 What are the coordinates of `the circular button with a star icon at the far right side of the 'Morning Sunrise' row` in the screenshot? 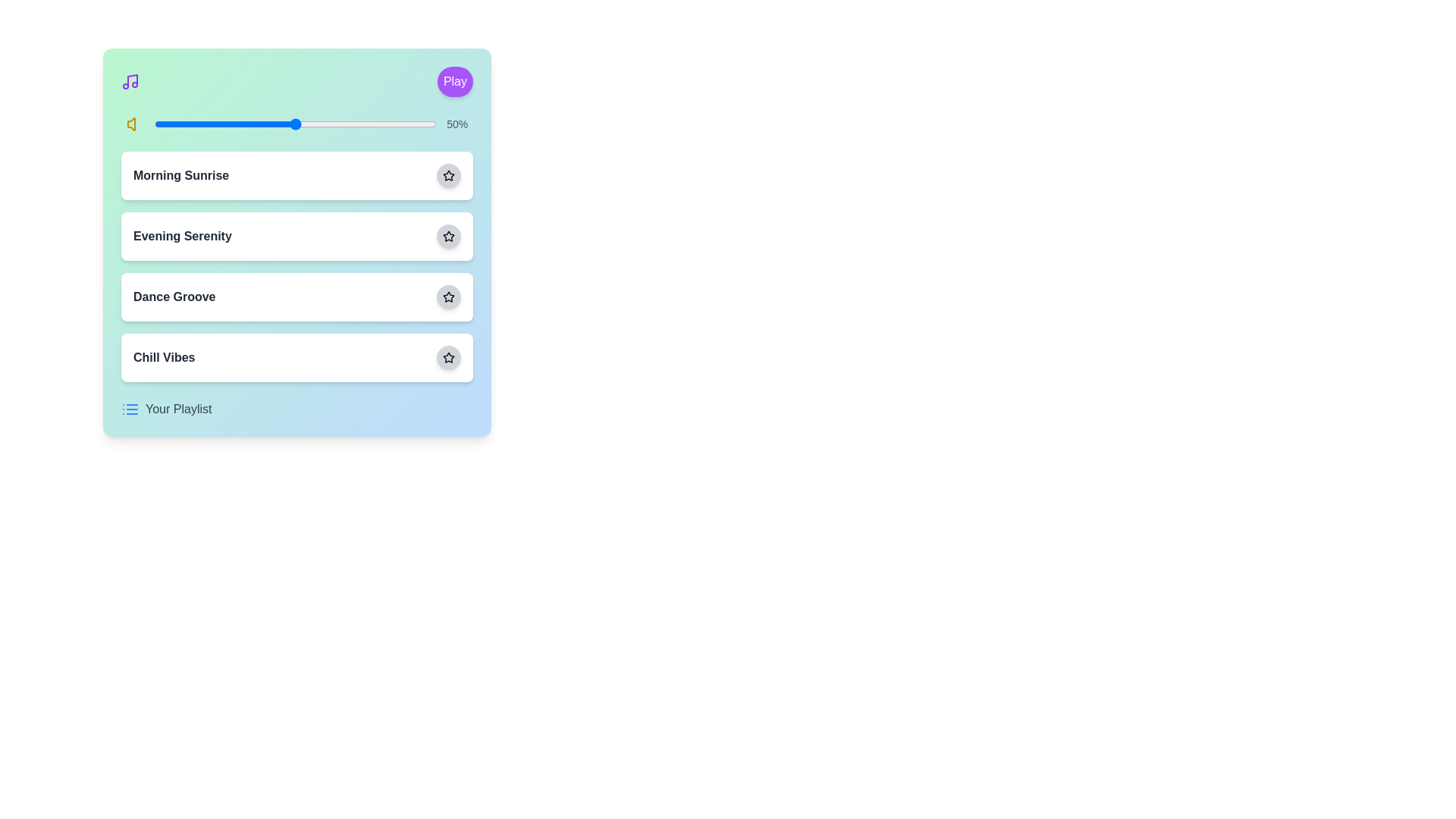 It's located at (447, 174).